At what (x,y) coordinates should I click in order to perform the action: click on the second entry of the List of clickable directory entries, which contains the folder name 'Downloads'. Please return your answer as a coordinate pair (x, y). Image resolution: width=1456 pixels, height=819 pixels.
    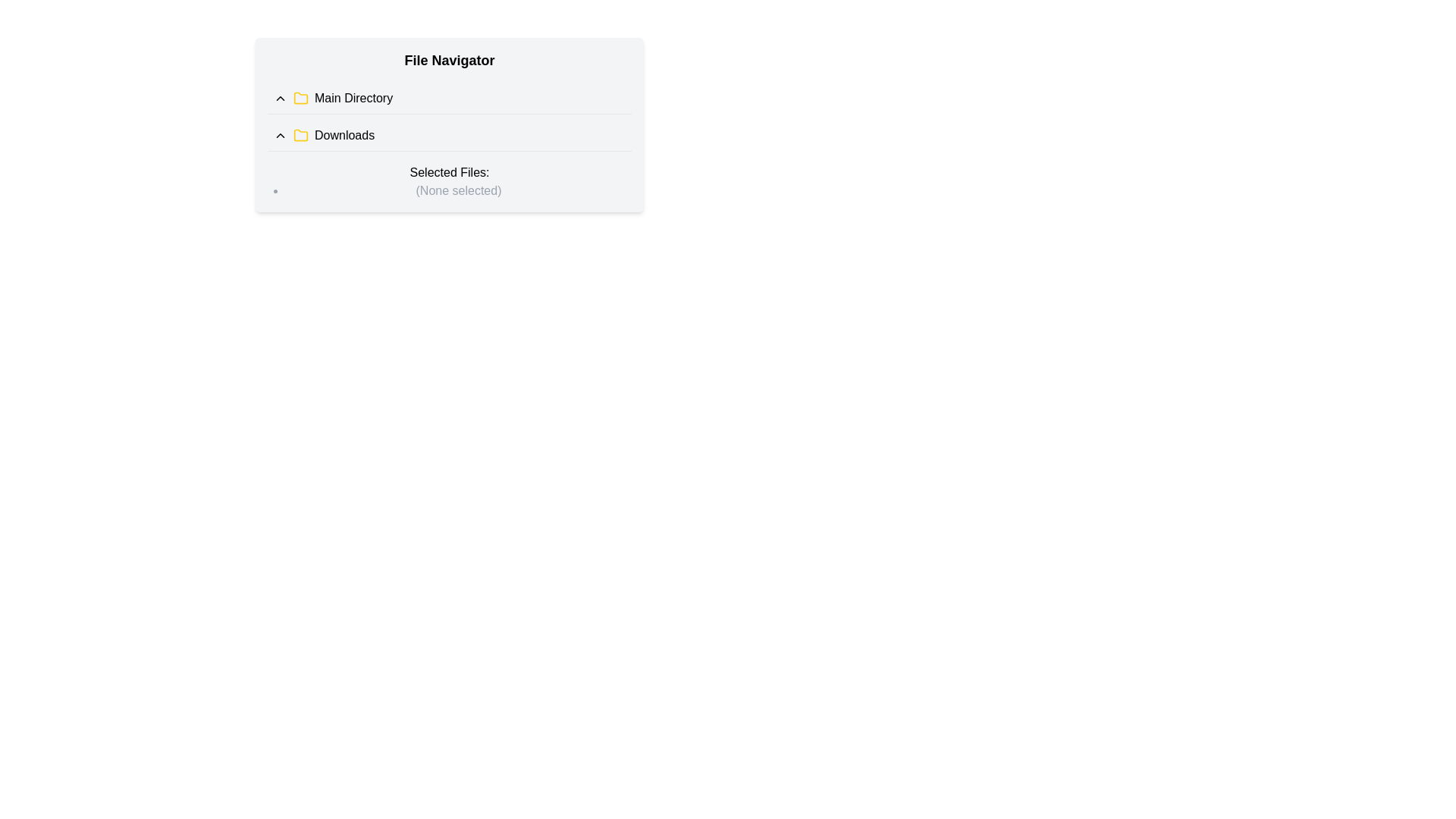
    Looking at the image, I should click on (449, 116).